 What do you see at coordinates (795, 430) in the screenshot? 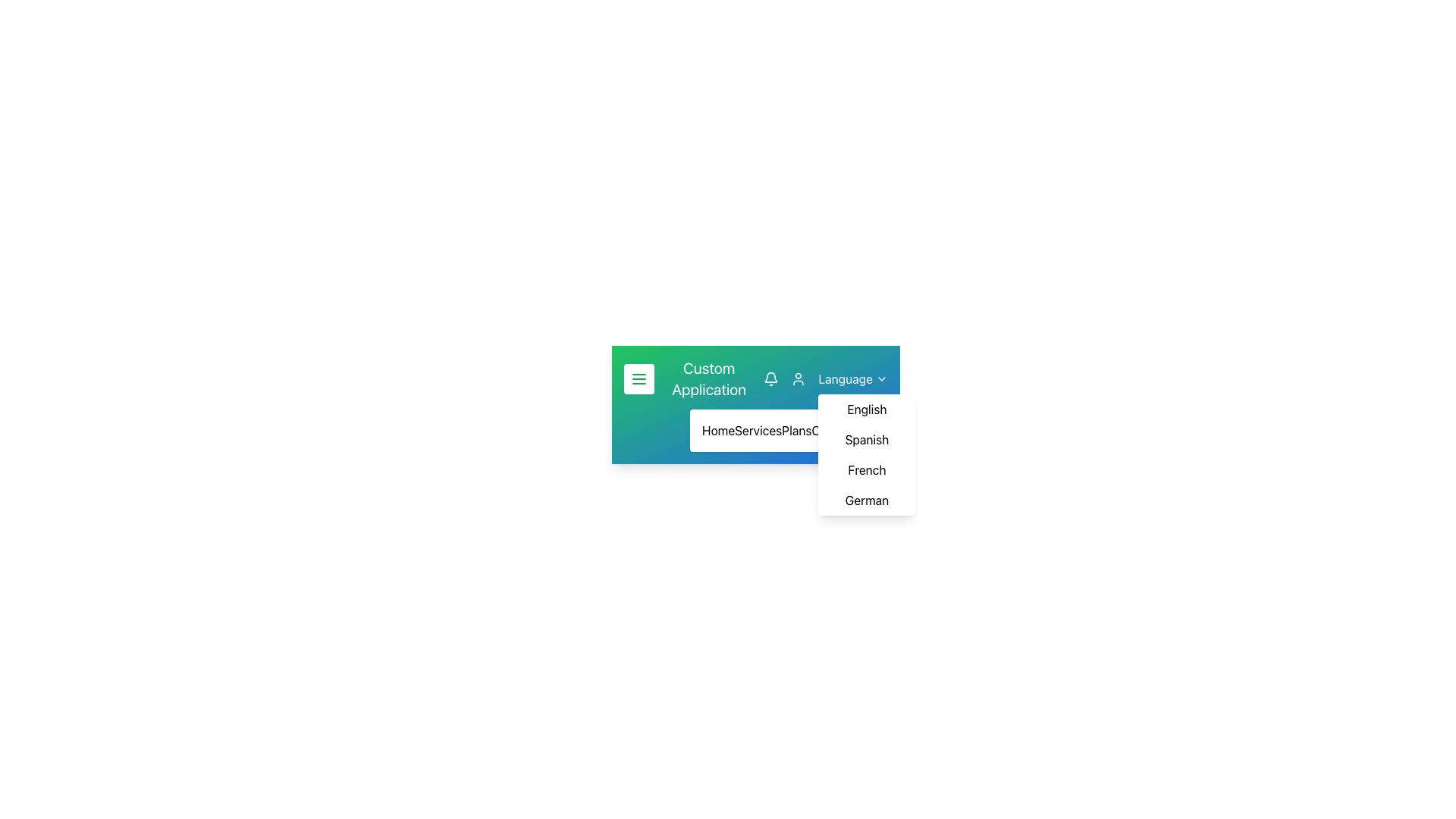
I see `the 'Plans' text link in the horizontal navigation bar` at bounding box center [795, 430].